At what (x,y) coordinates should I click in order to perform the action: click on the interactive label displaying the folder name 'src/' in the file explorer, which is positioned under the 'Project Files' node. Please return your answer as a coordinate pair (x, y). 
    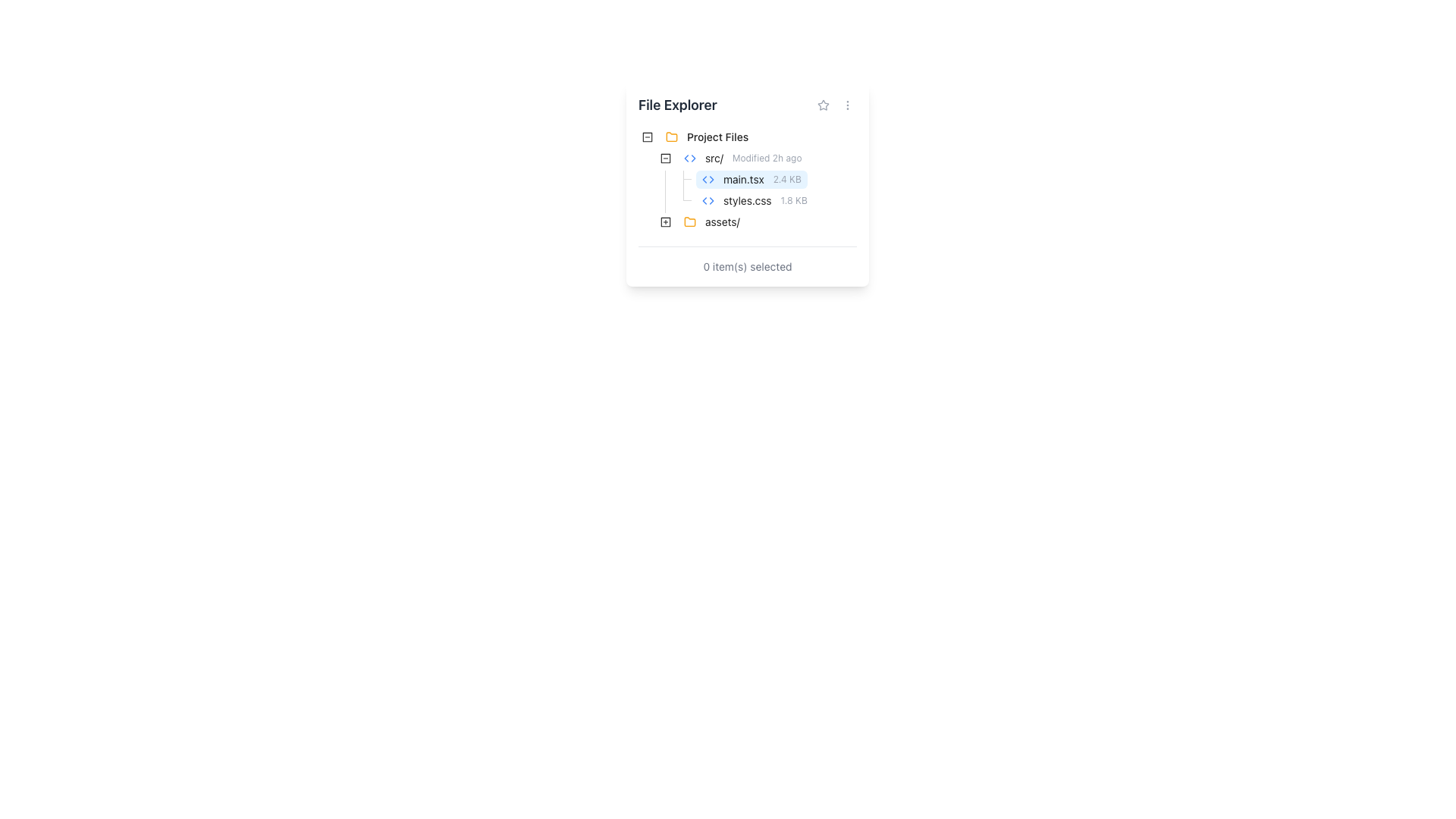
    Looking at the image, I should click on (742, 158).